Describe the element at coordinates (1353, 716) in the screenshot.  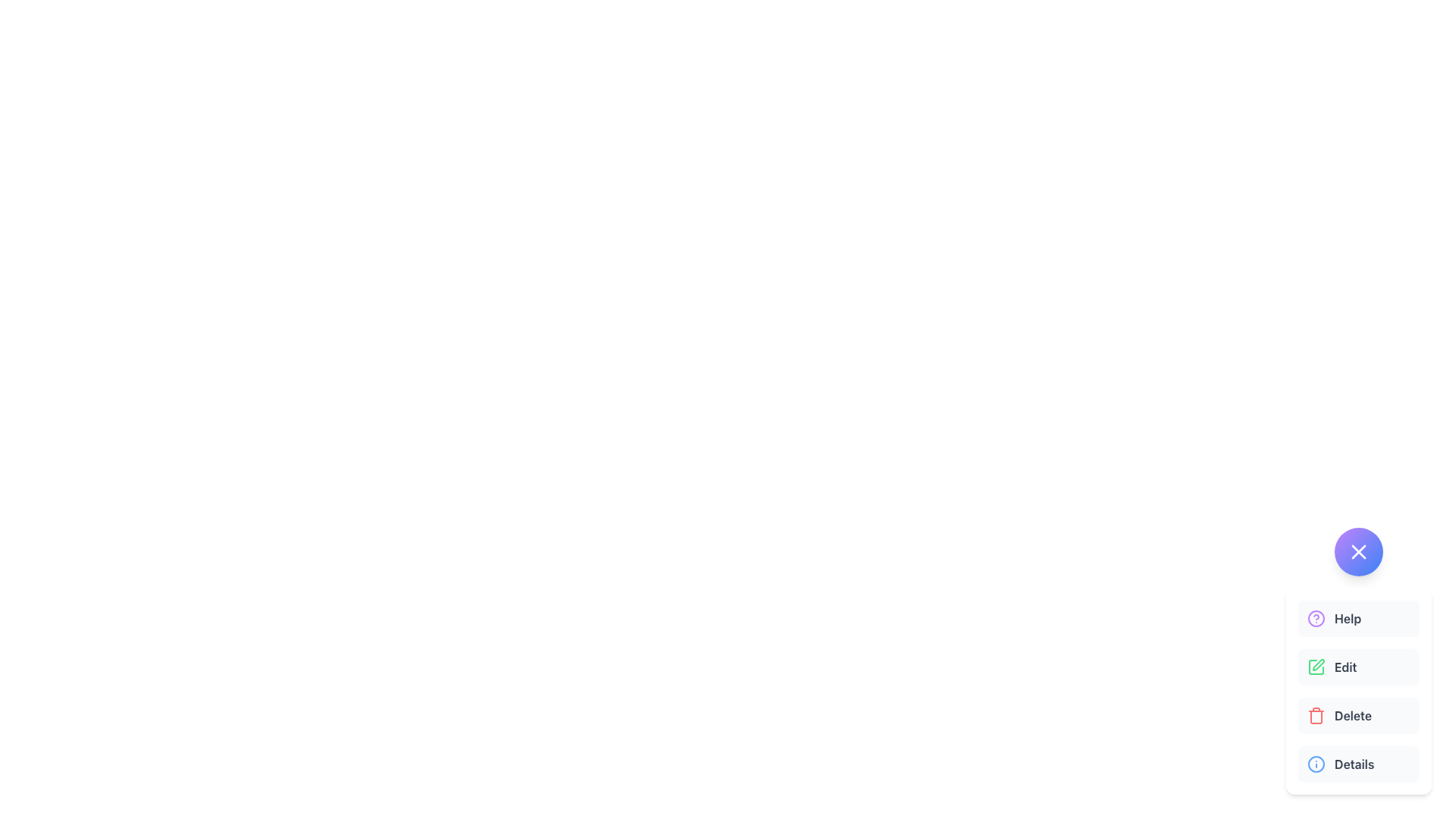
I see `the 'Delete' text label styled in bold gray font, located beneath the red trash can icon in the vertical menu` at that location.